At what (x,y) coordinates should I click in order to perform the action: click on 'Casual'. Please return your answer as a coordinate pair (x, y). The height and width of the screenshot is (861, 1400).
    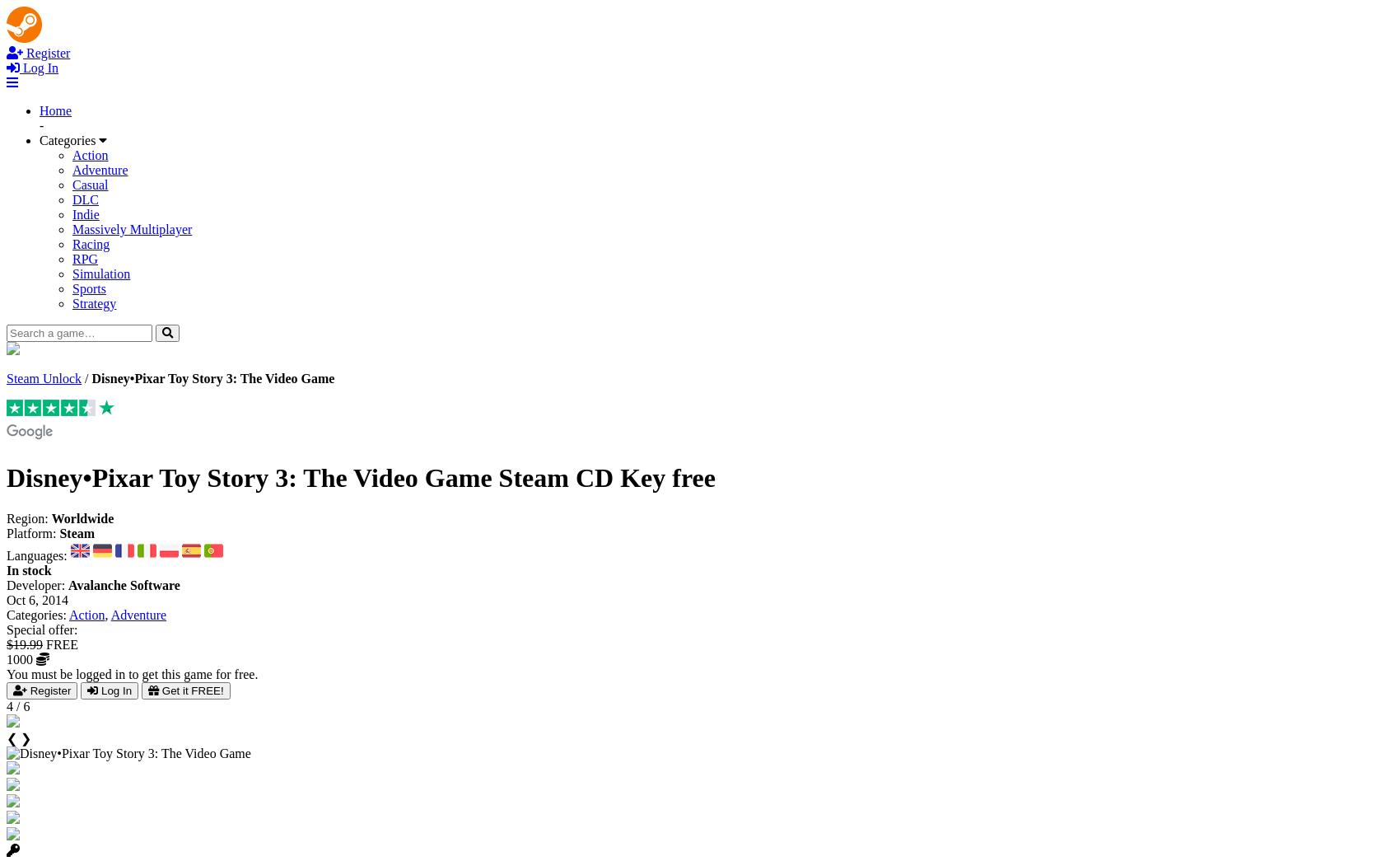
    Looking at the image, I should click on (89, 185).